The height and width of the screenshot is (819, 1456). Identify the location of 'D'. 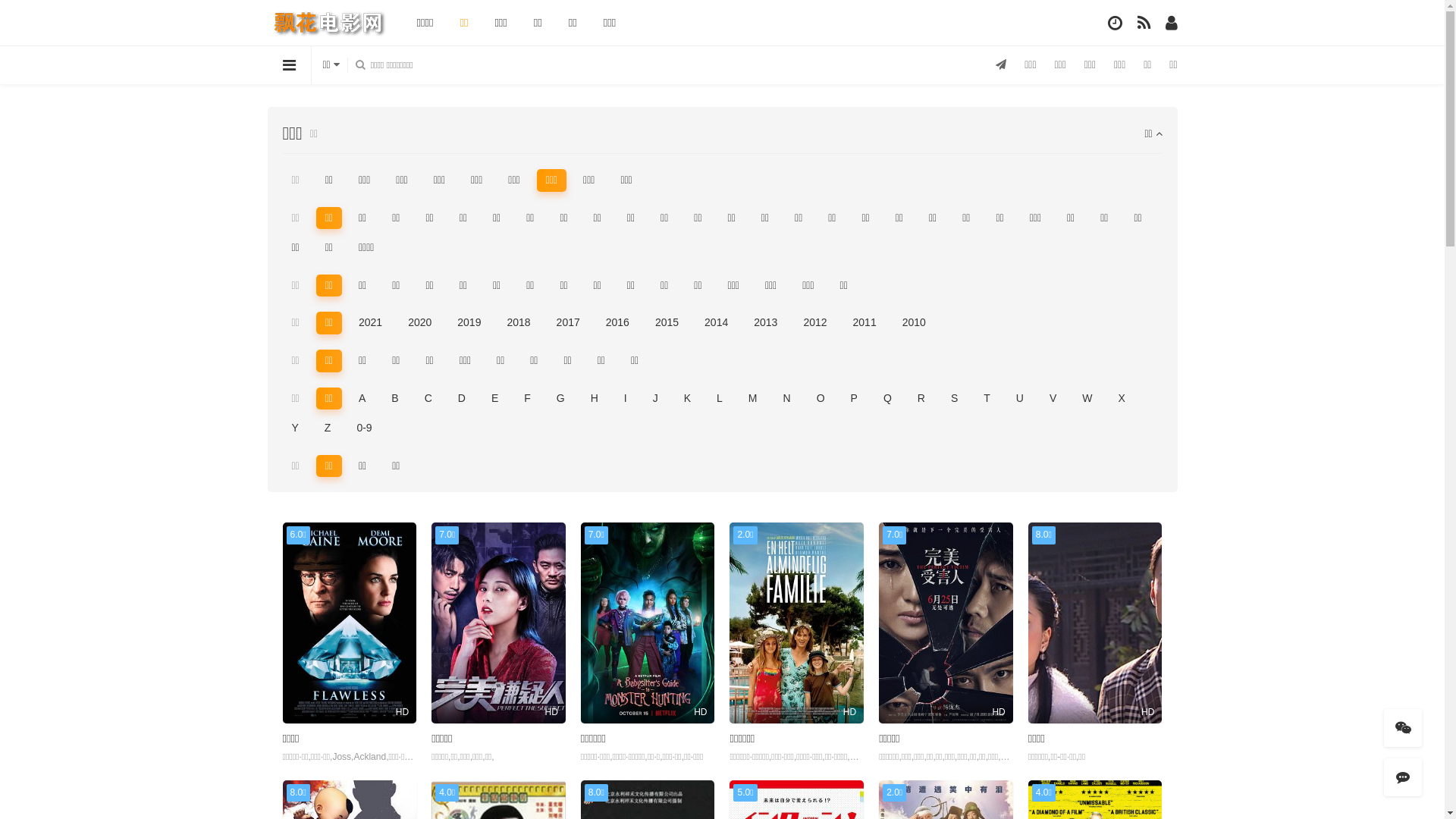
(447, 397).